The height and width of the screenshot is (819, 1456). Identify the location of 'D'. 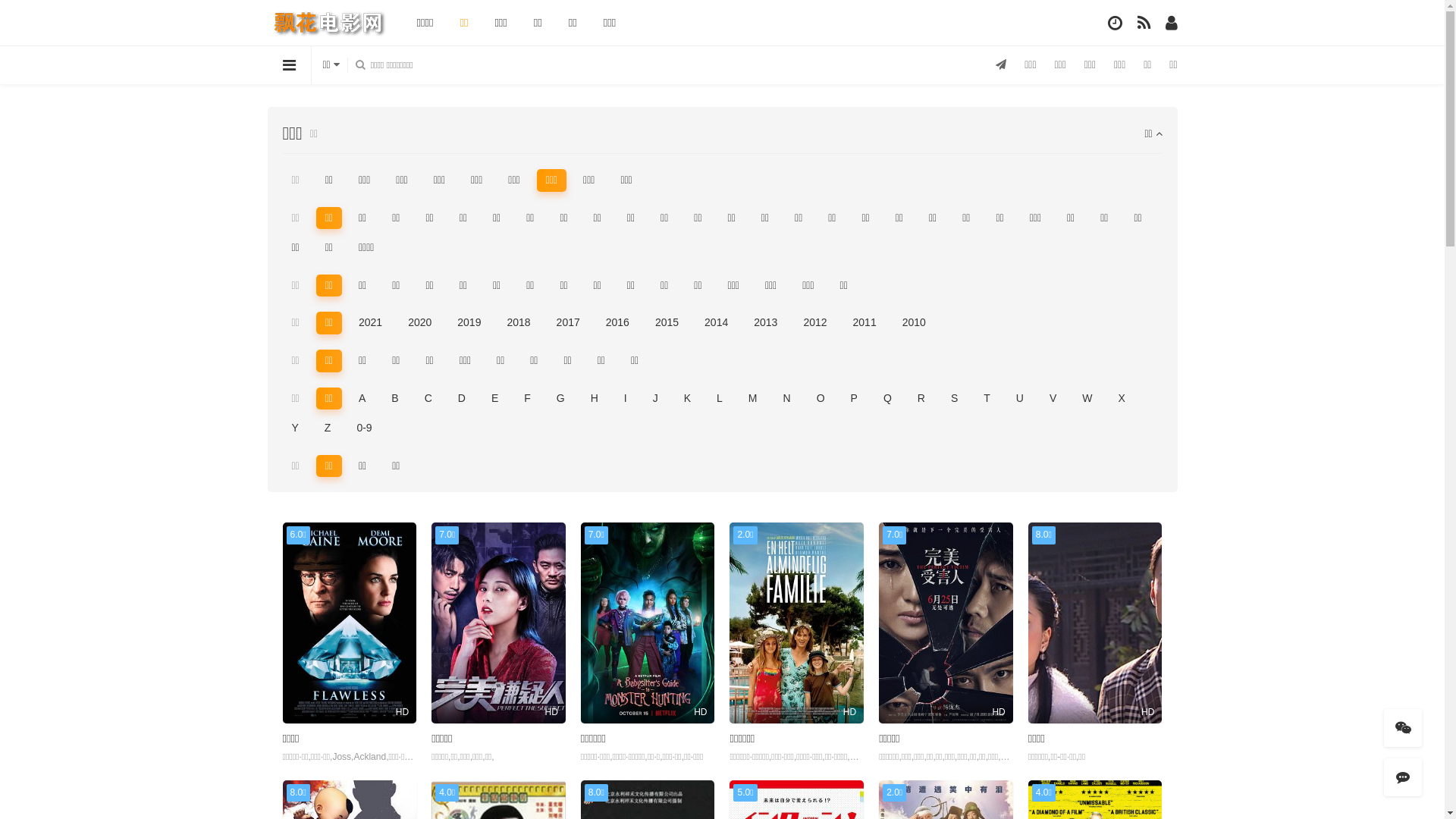
(447, 397).